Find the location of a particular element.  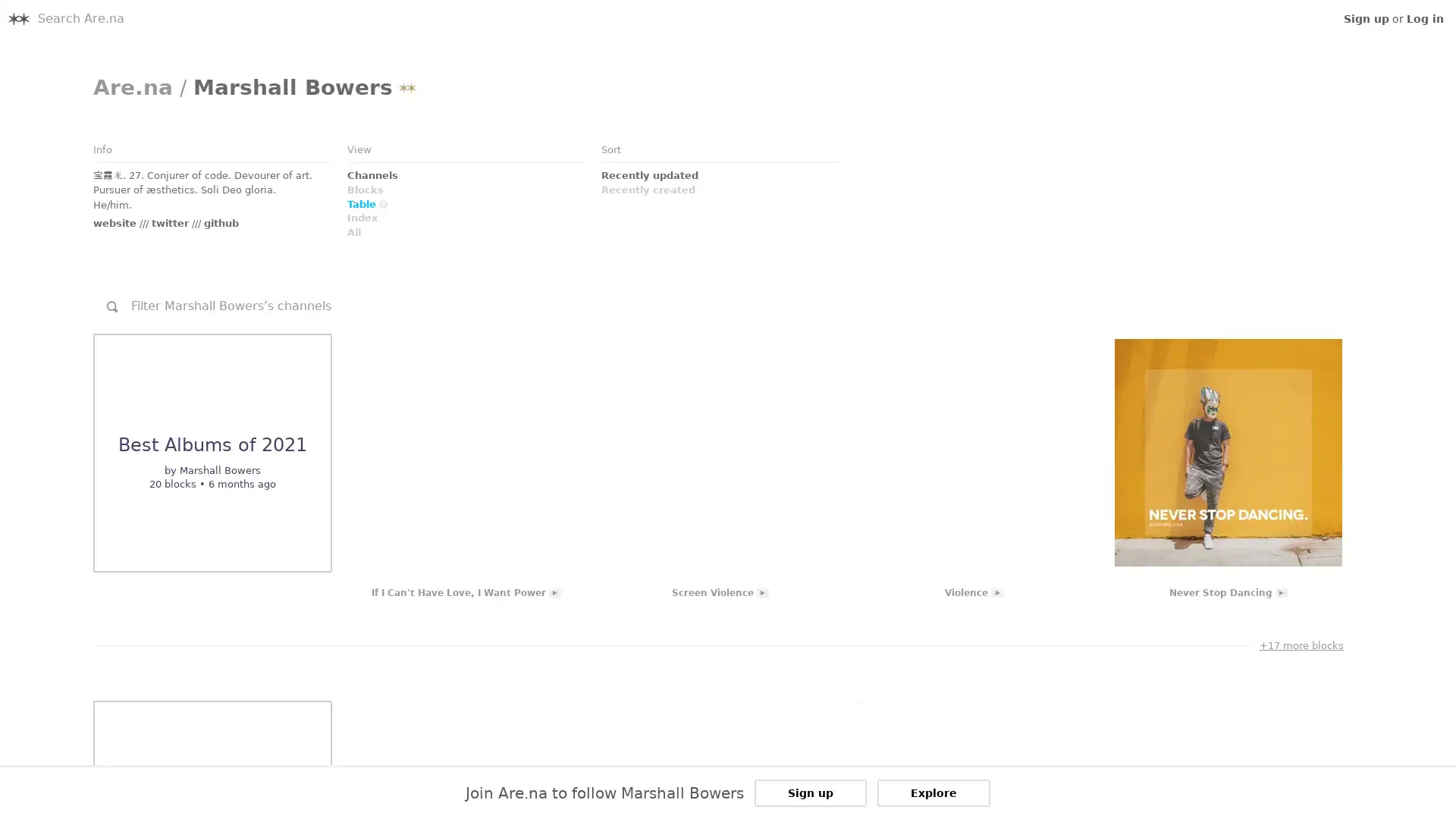

Link to Embed: If I Can't Have Love, I Want Power is located at coordinates (465, 451).